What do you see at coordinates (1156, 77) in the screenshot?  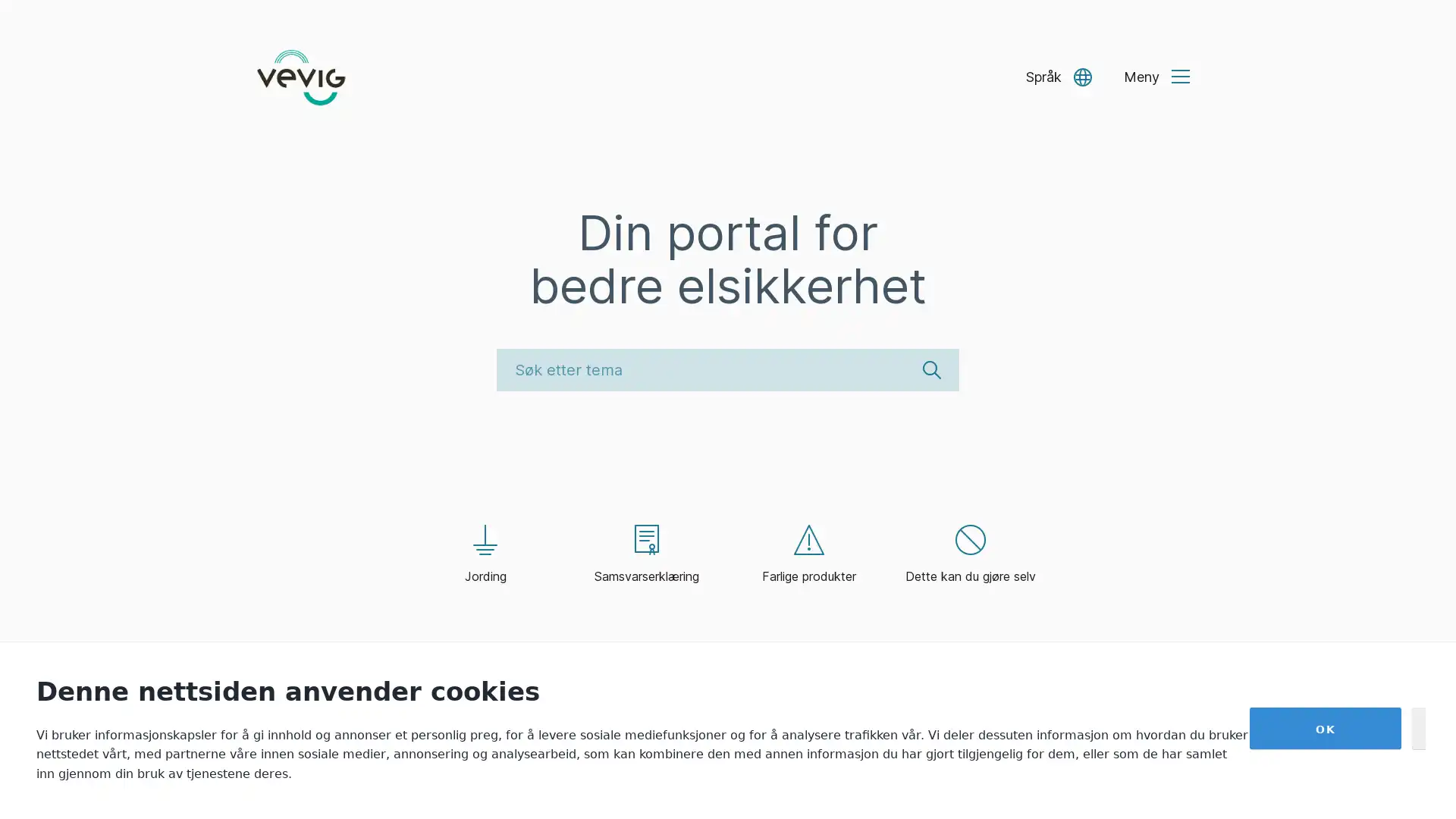 I see `Meny` at bounding box center [1156, 77].